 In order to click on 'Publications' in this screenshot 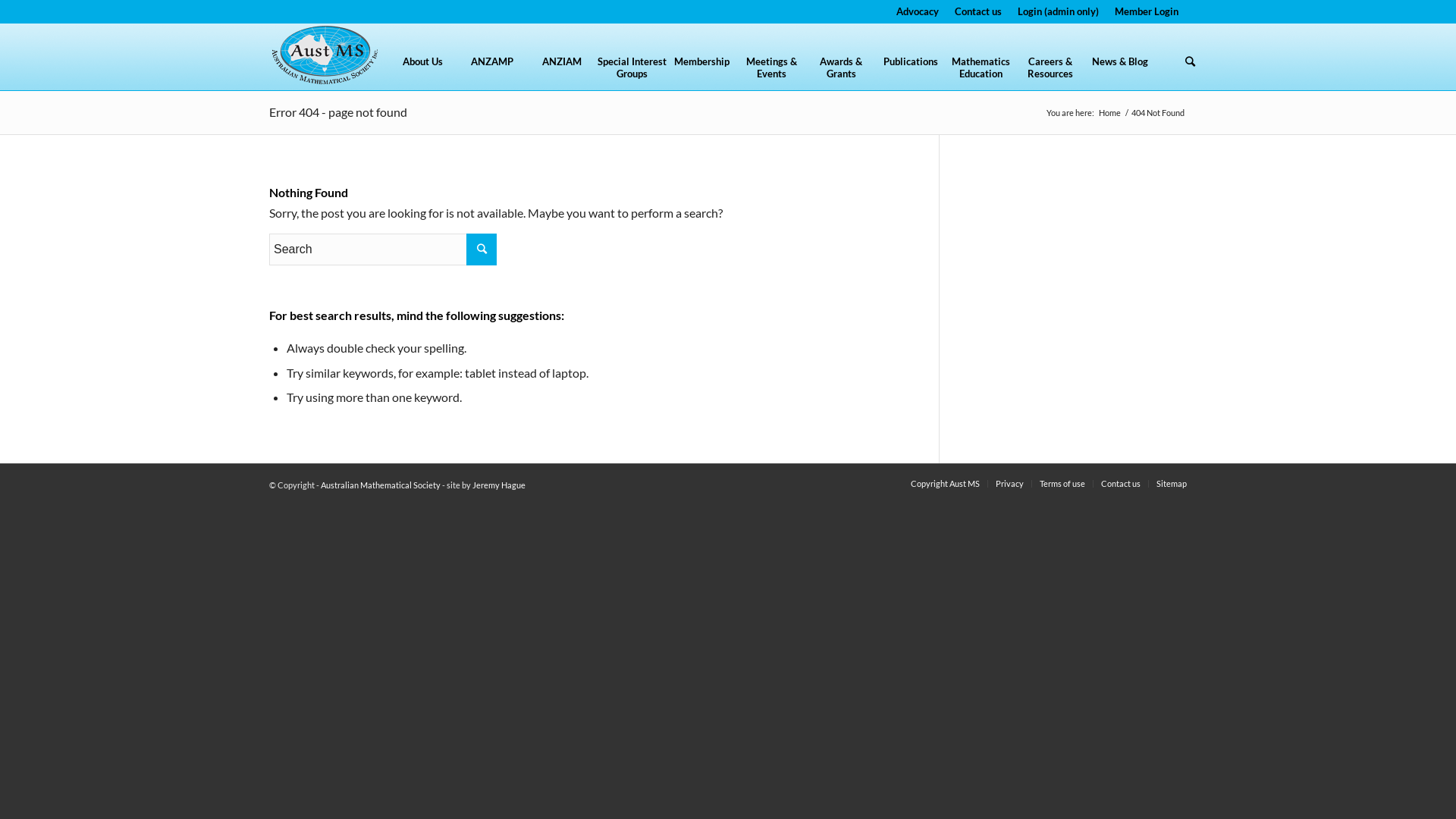, I will do `click(910, 72)`.